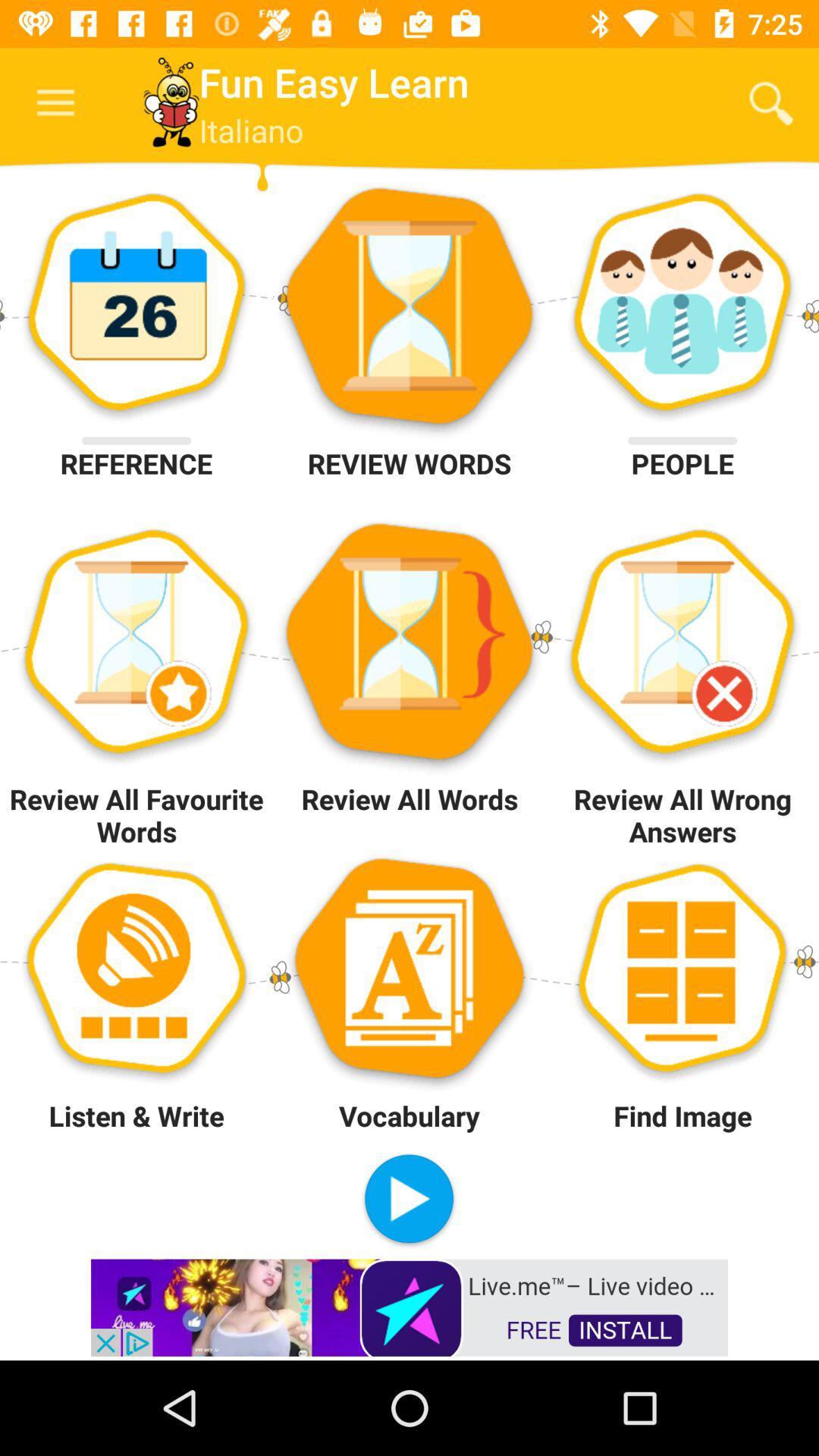 This screenshot has width=819, height=1456. Describe the element at coordinates (409, 1306) in the screenshot. I see `advertisement link to download` at that location.